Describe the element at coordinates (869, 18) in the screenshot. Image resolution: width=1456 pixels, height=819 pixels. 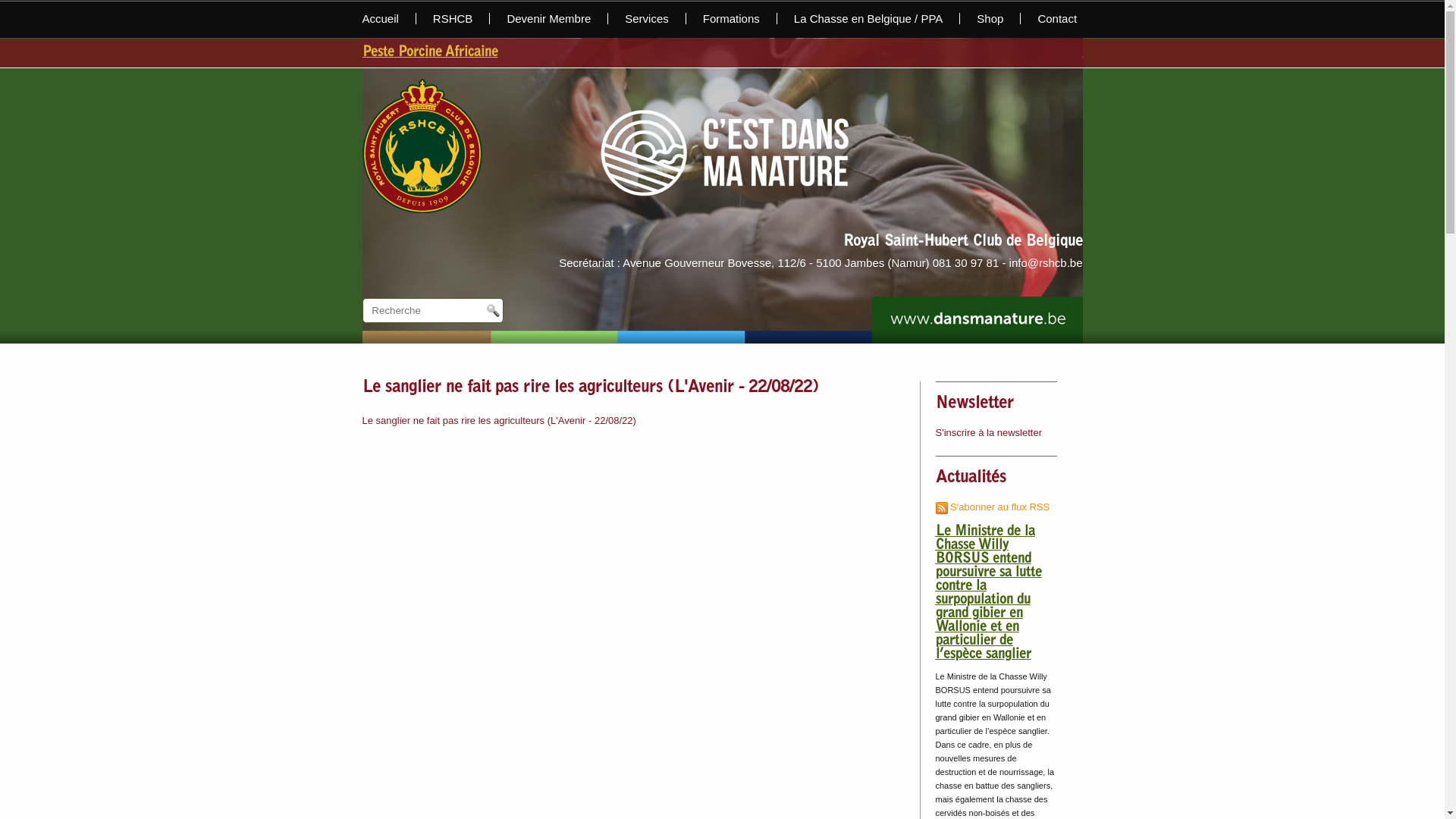
I see `'La Chasse en Belgique / PPA'` at that location.